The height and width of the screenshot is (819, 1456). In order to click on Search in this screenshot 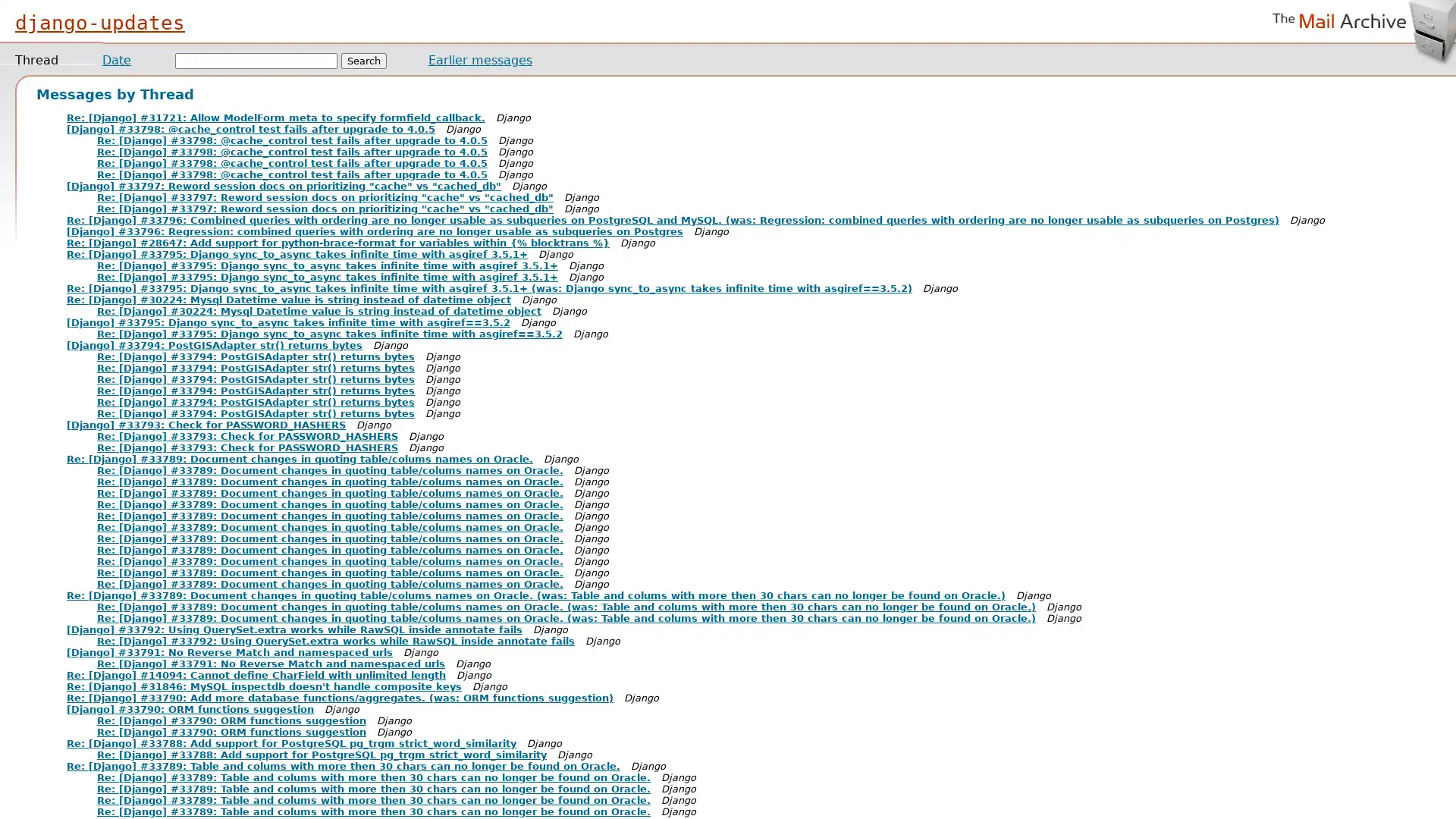, I will do `click(364, 60)`.